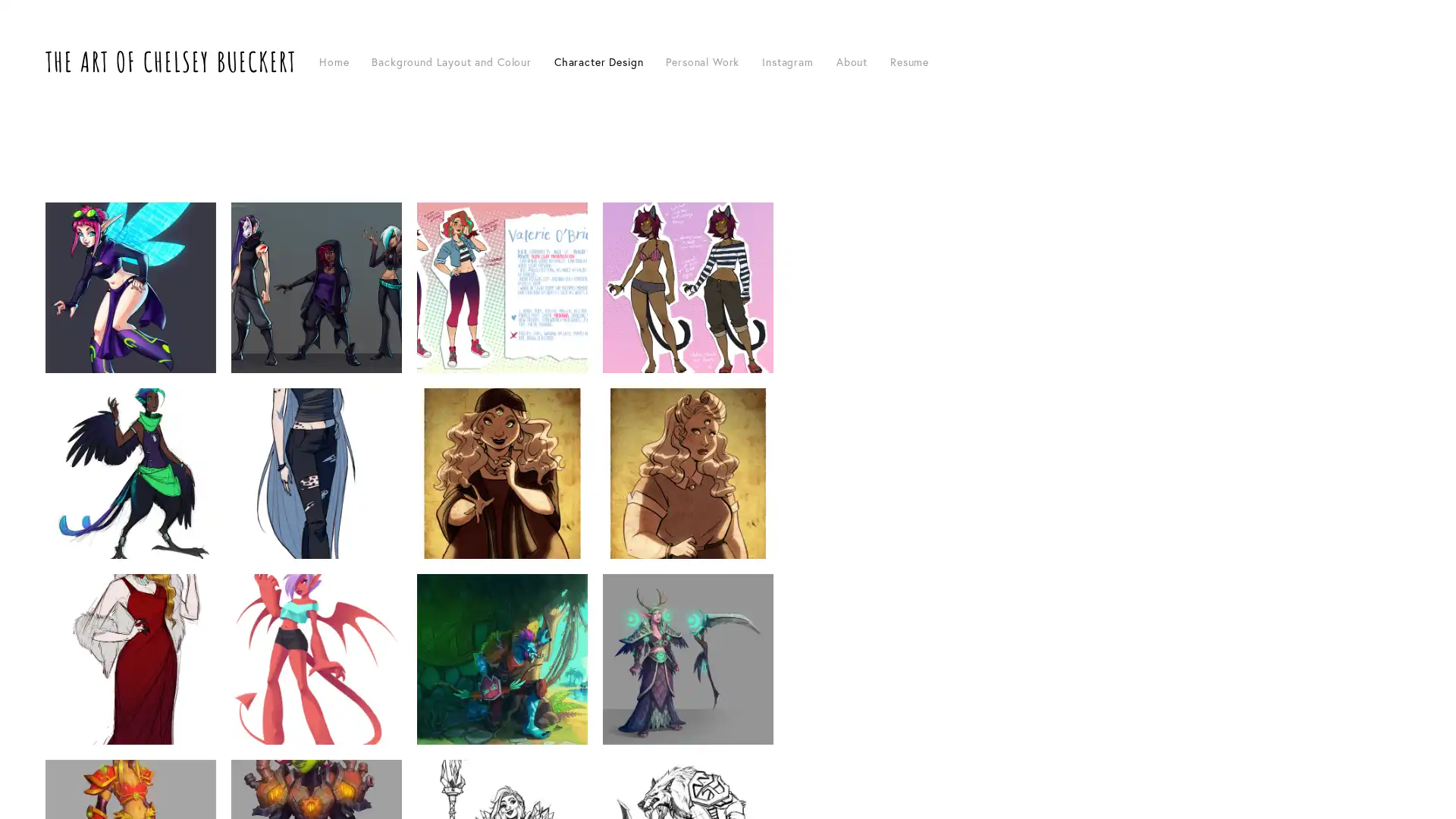 The height and width of the screenshot is (819, 1456). What do you see at coordinates (687, 472) in the screenshot?
I see `View fullsize peneports1.png` at bounding box center [687, 472].